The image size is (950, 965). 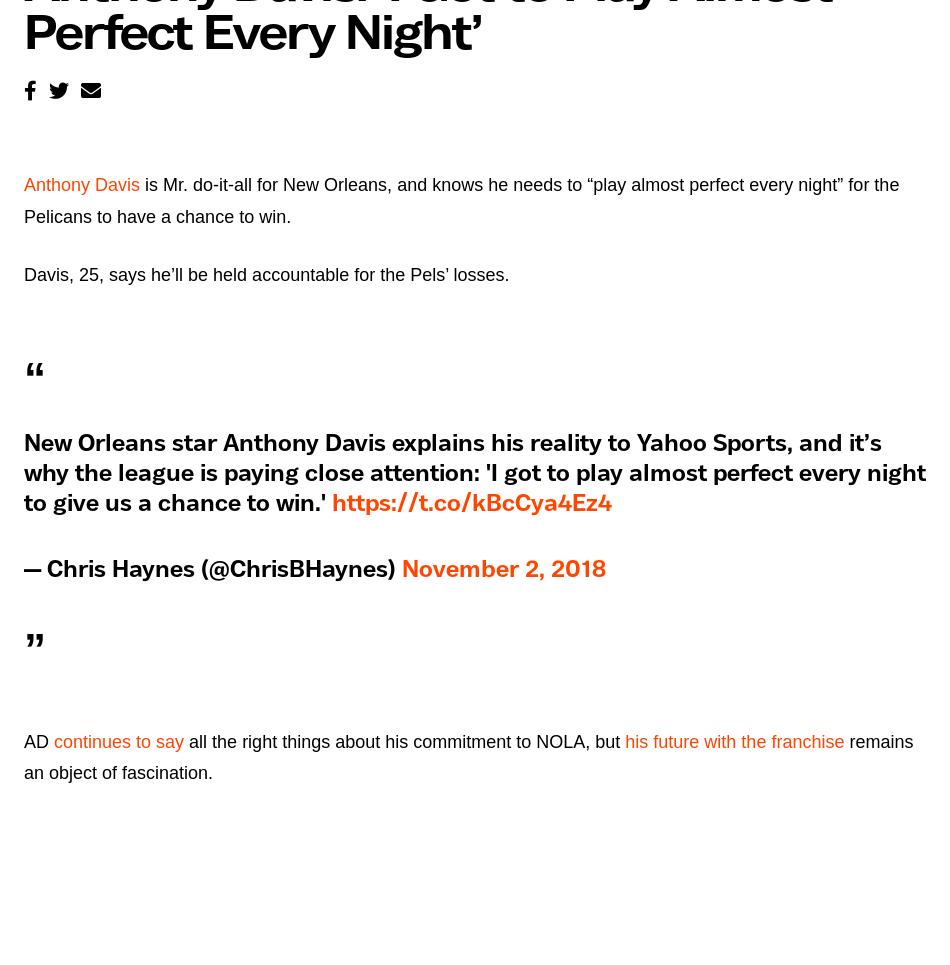 What do you see at coordinates (53, 741) in the screenshot?
I see `'continues to say'` at bounding box center [53, 741].